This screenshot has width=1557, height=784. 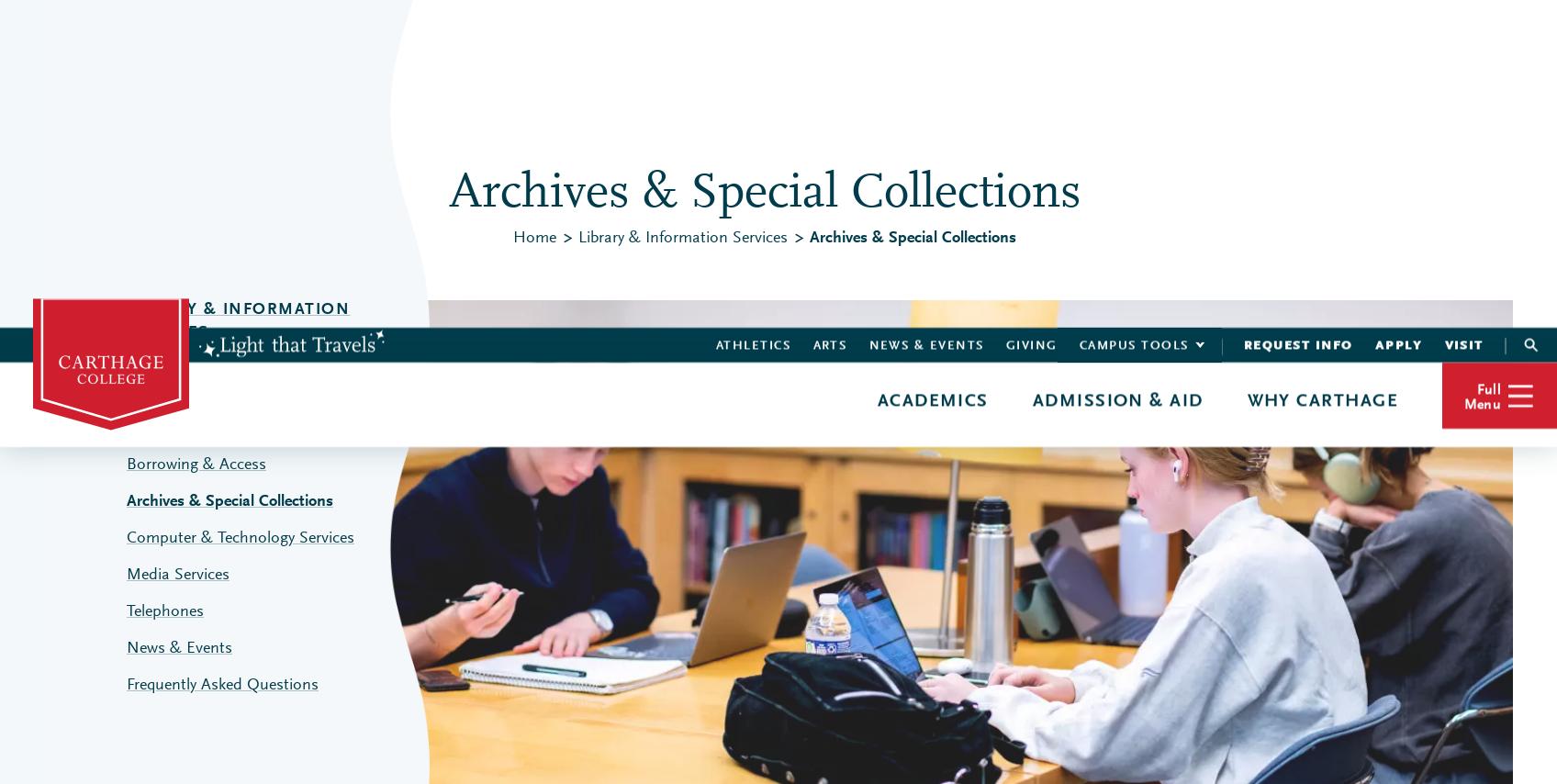 What do you see at coordinates (940, 247) in the screenshot?
I see `'Commuting to Carthage'` at bounding box center [940, 247].